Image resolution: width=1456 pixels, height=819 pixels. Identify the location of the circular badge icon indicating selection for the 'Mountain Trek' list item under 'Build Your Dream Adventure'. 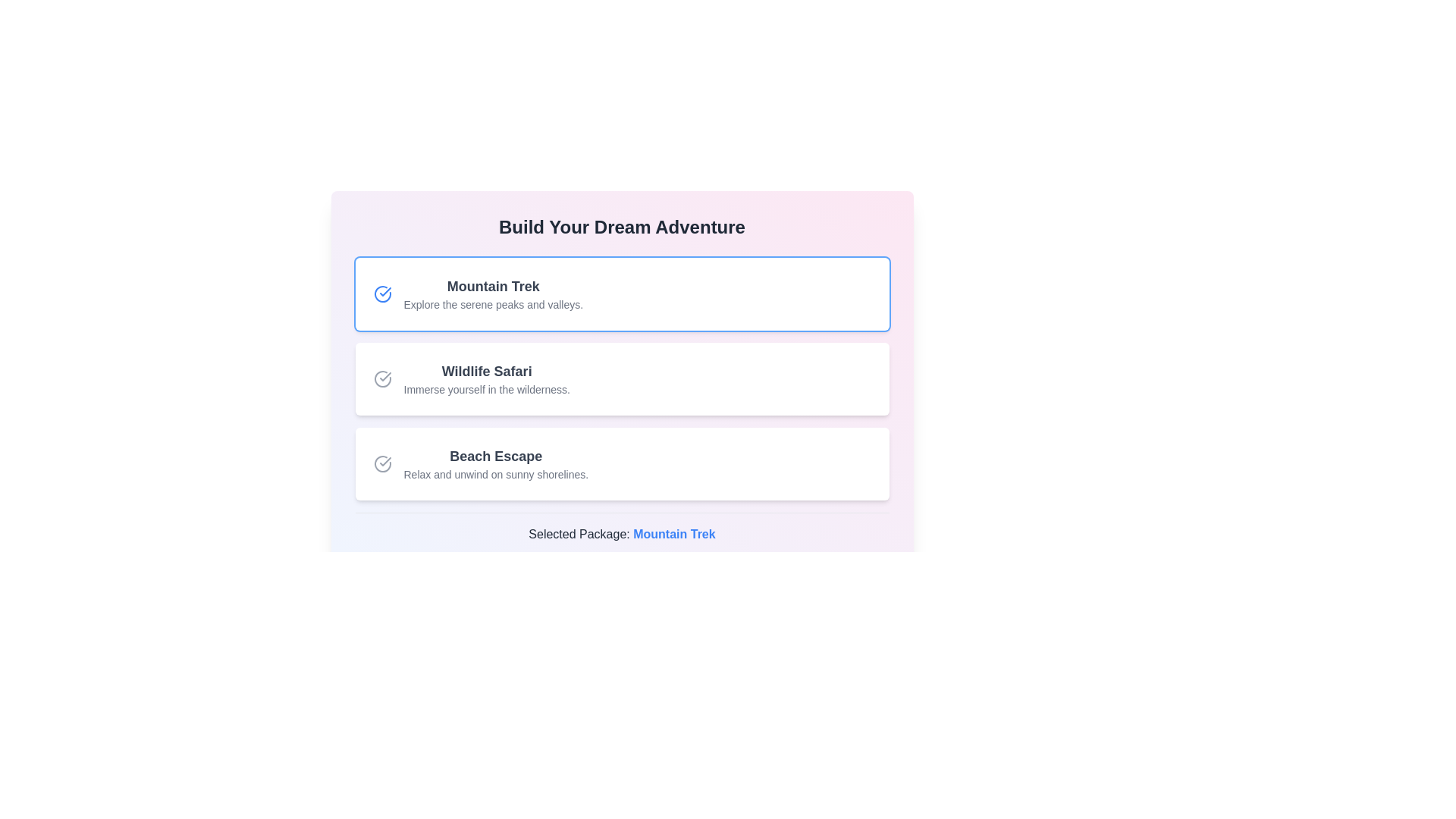
(385, 292).